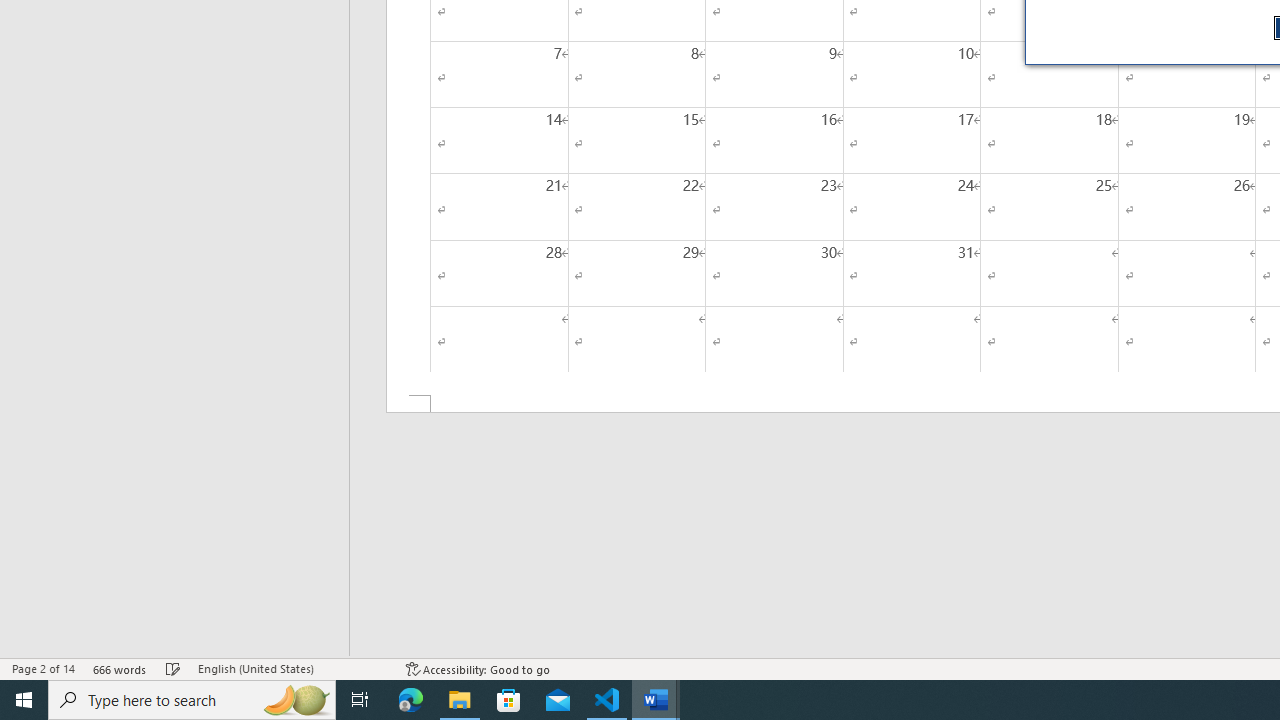 This screenshot has width=1280, height=720. Describe the element at coordinates (24, 698) in the screenshot. I see `'Start'` at that location.